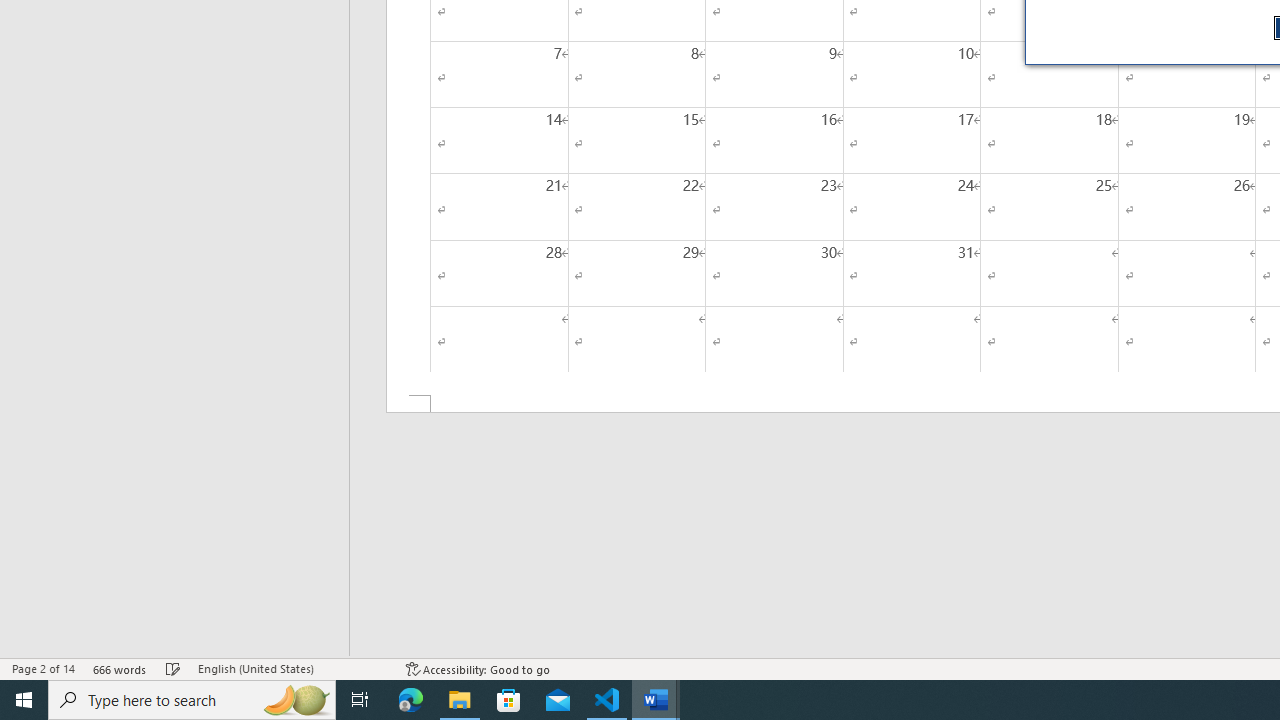 This screenshot has width=1280, height=720. Describe the element at coordinates (24, 698) in the screenshot. I see `'Start'` at that location.